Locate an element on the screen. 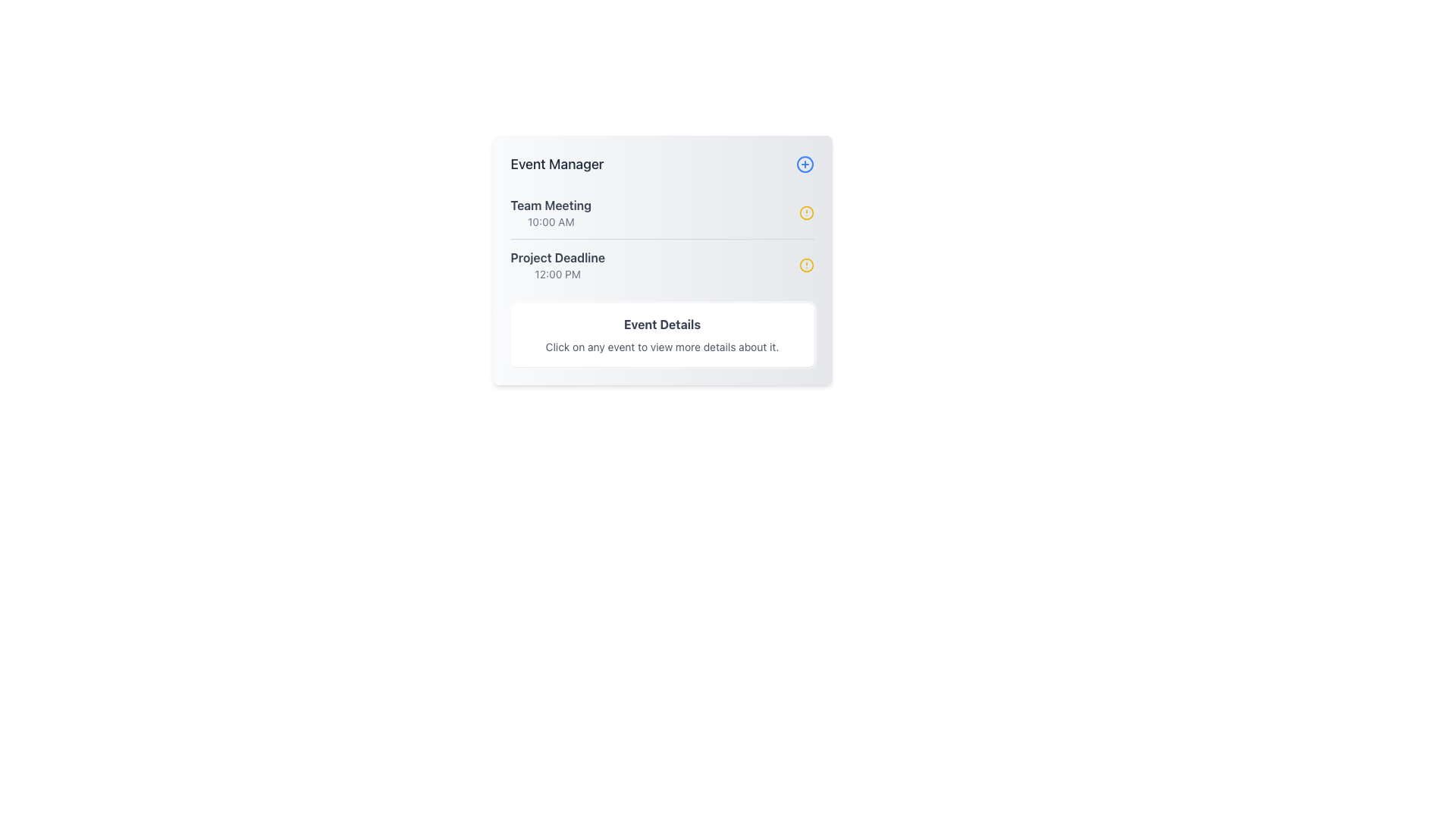 The height and width of the screenshot is (819, 1456). the circular graphical element within the SVG icon located at the top-right corner of the 'Event Manager' card, which serves as a button for adding or expanding features related to events is located at coordinates (804, 164).